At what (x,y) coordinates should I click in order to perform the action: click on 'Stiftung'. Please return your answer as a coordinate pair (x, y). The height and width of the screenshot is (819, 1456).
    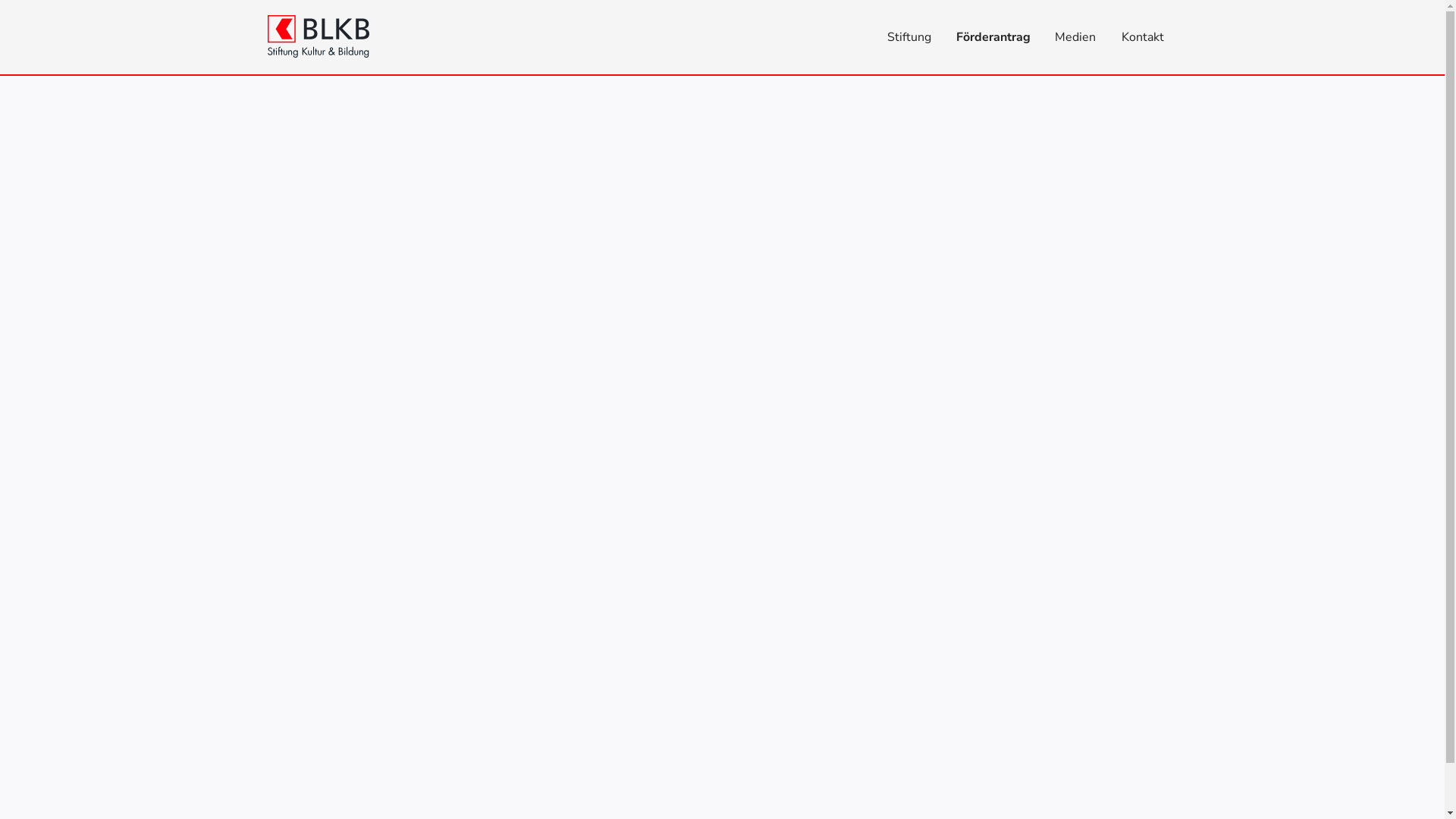
    Looking at the image, I should click on (874, 35).